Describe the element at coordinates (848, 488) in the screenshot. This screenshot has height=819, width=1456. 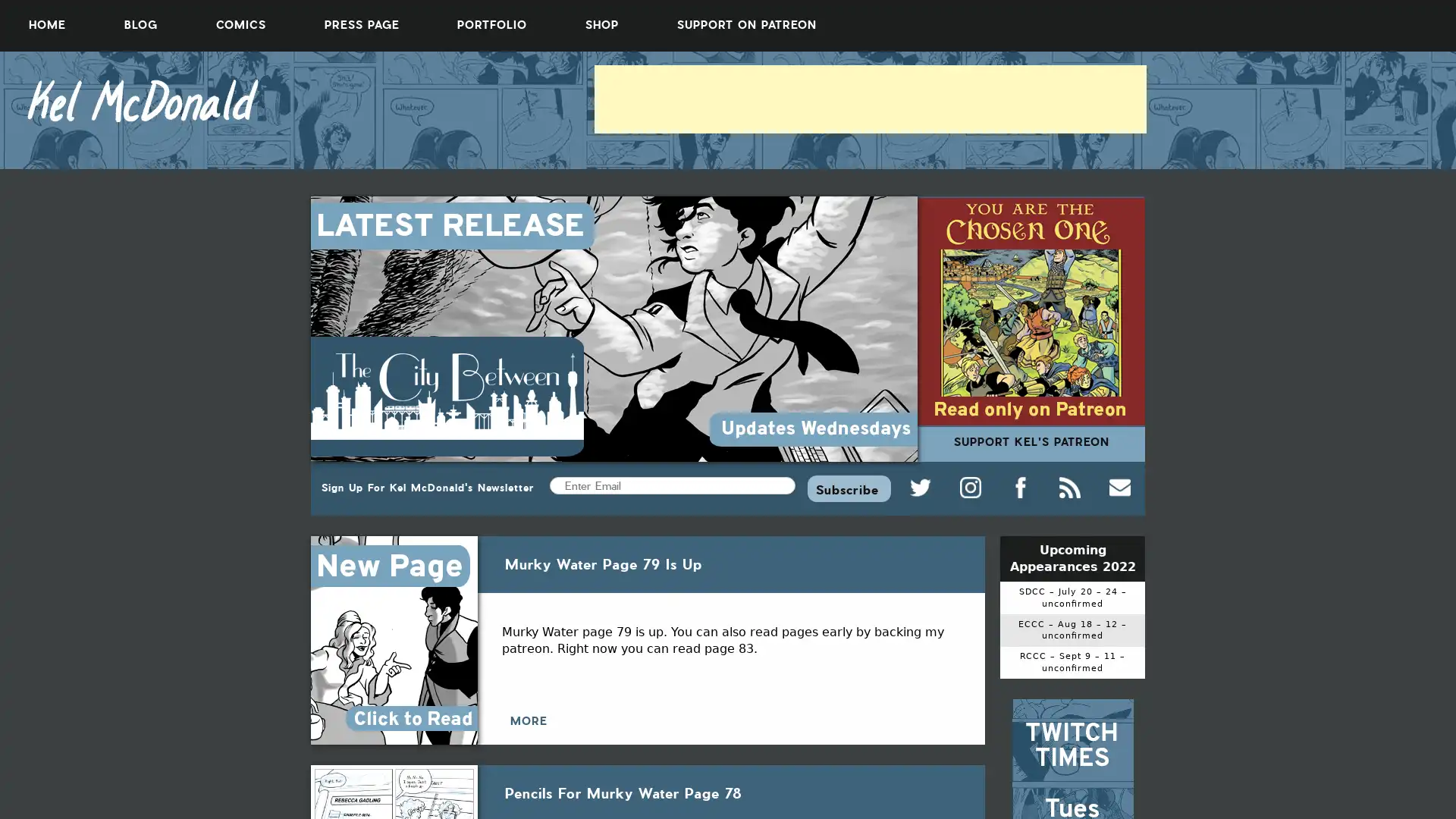
I see `Subscribe` at that location.